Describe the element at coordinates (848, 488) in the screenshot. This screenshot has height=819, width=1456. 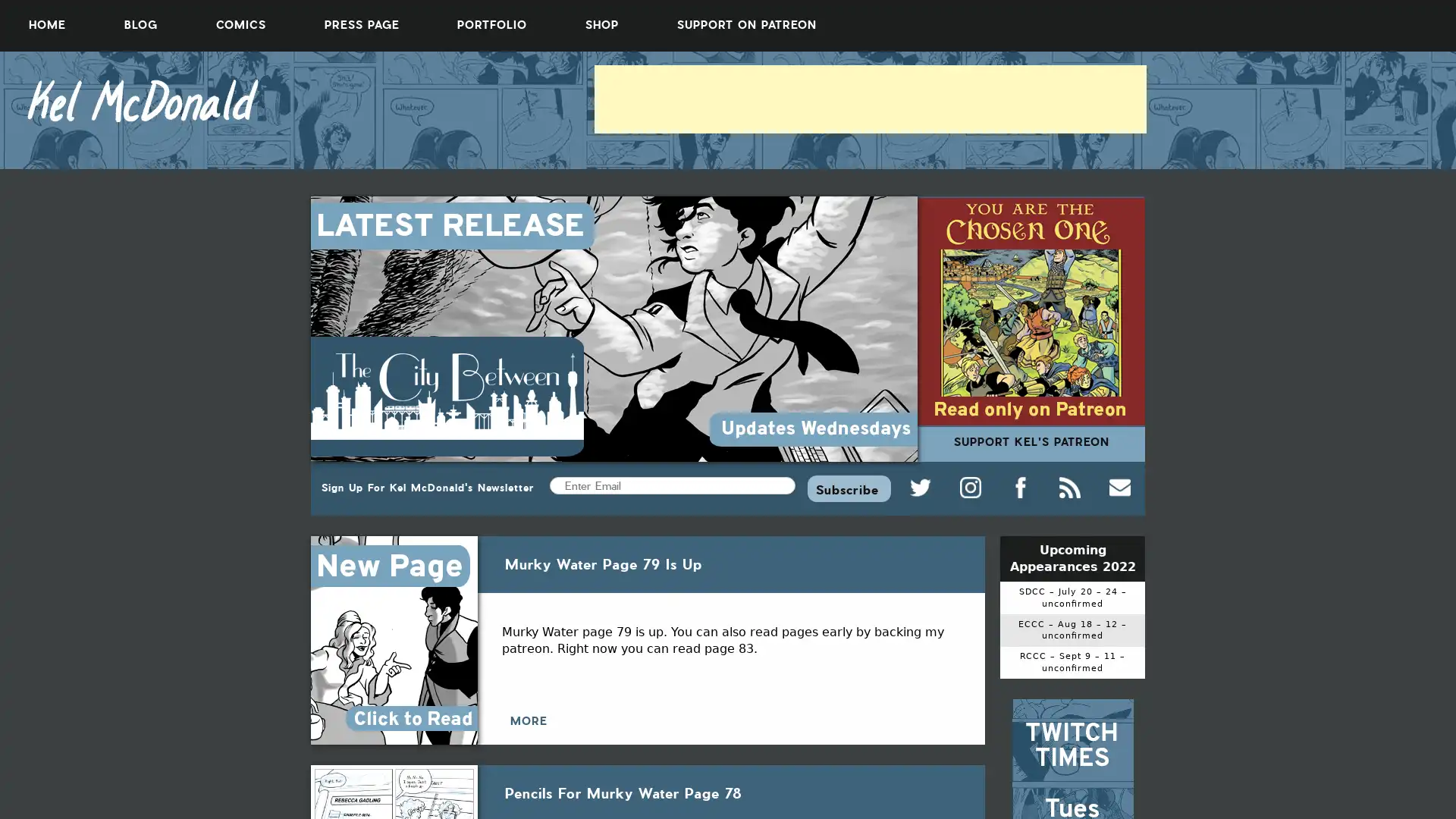
I see `Subscribe` at that location.